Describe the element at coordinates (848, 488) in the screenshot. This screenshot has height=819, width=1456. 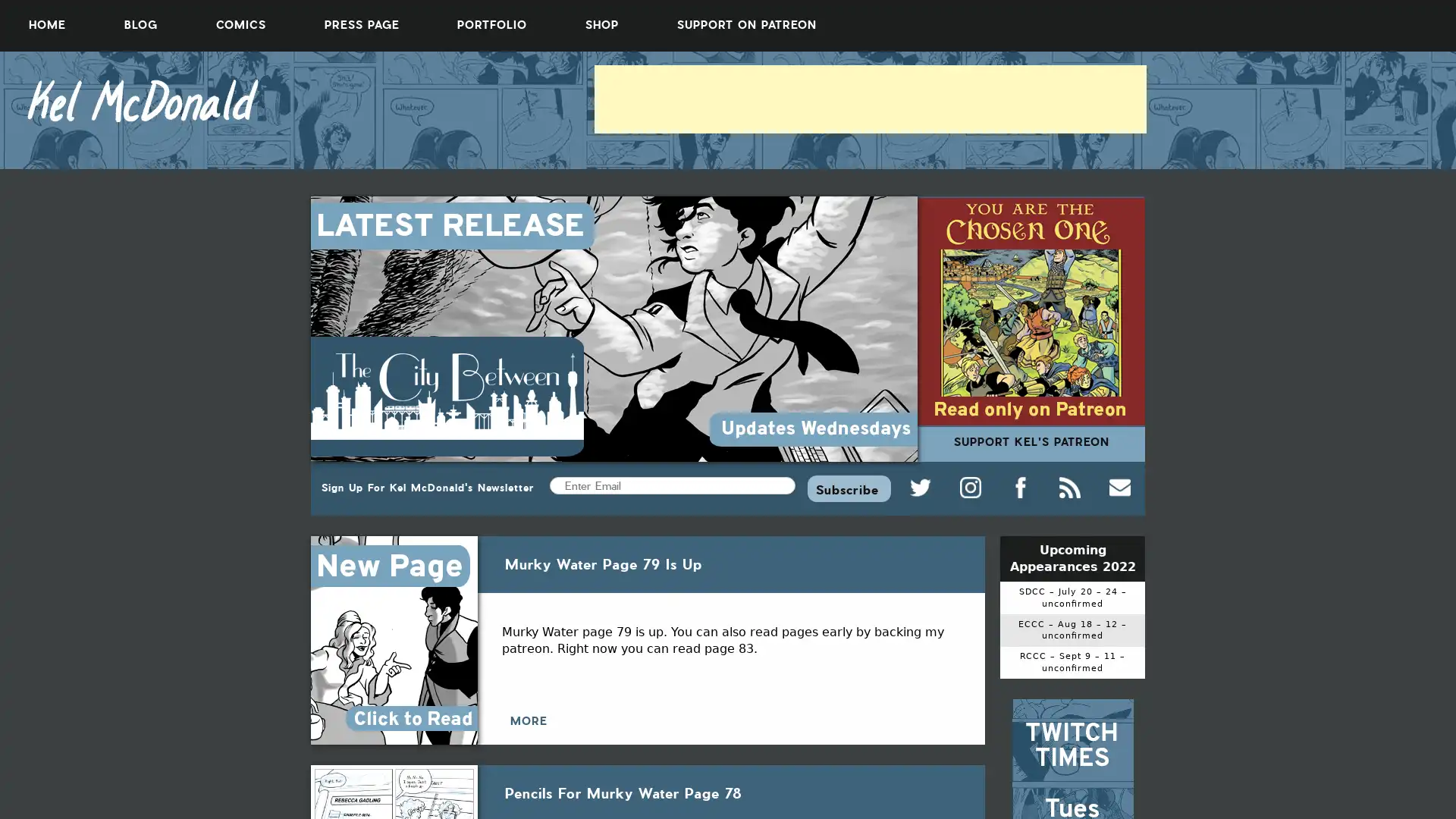
I see `Subscribe` at that location.